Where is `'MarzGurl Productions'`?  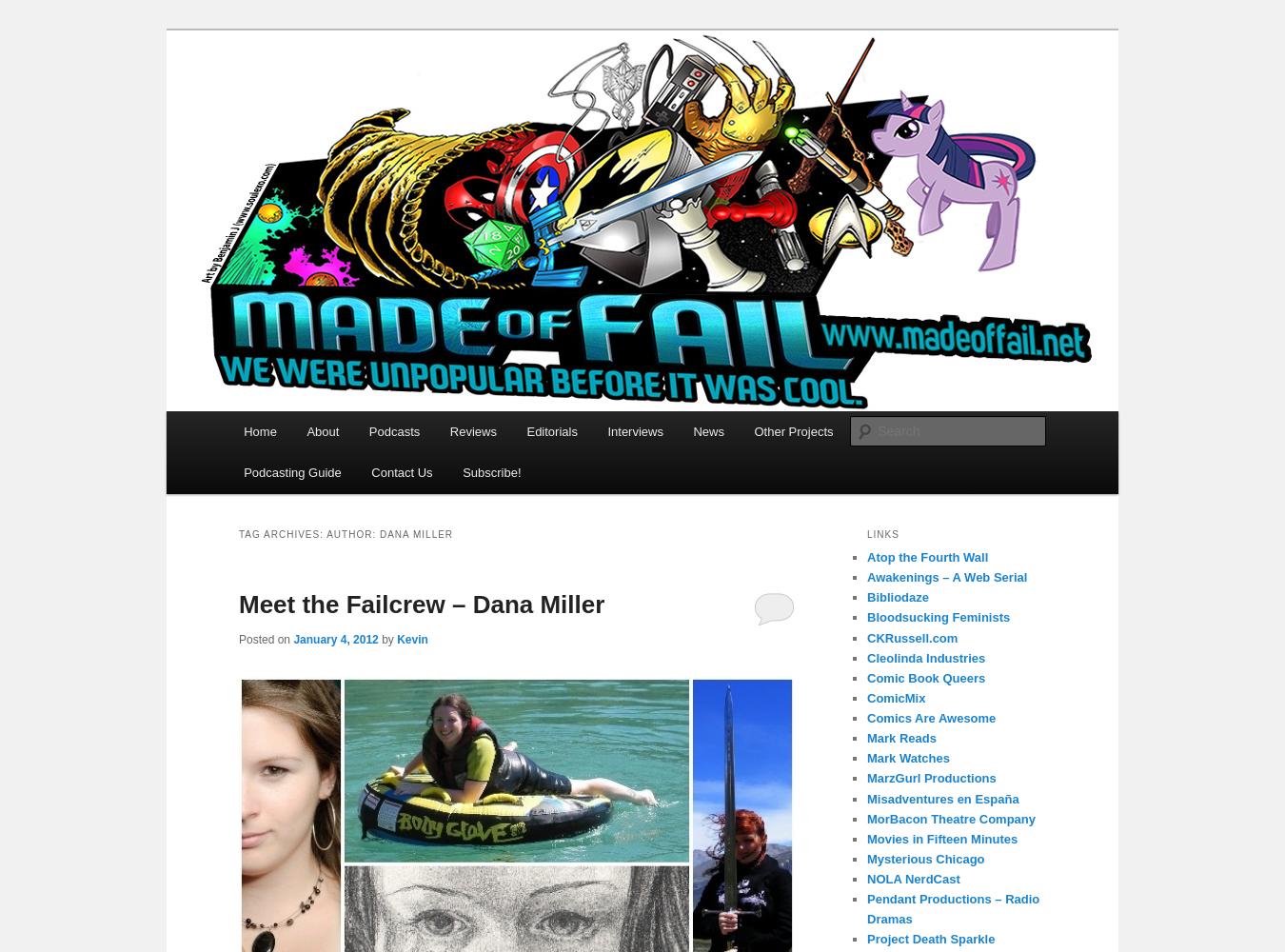 'MarzGurl Productions' is located at coordinates (930, 777).